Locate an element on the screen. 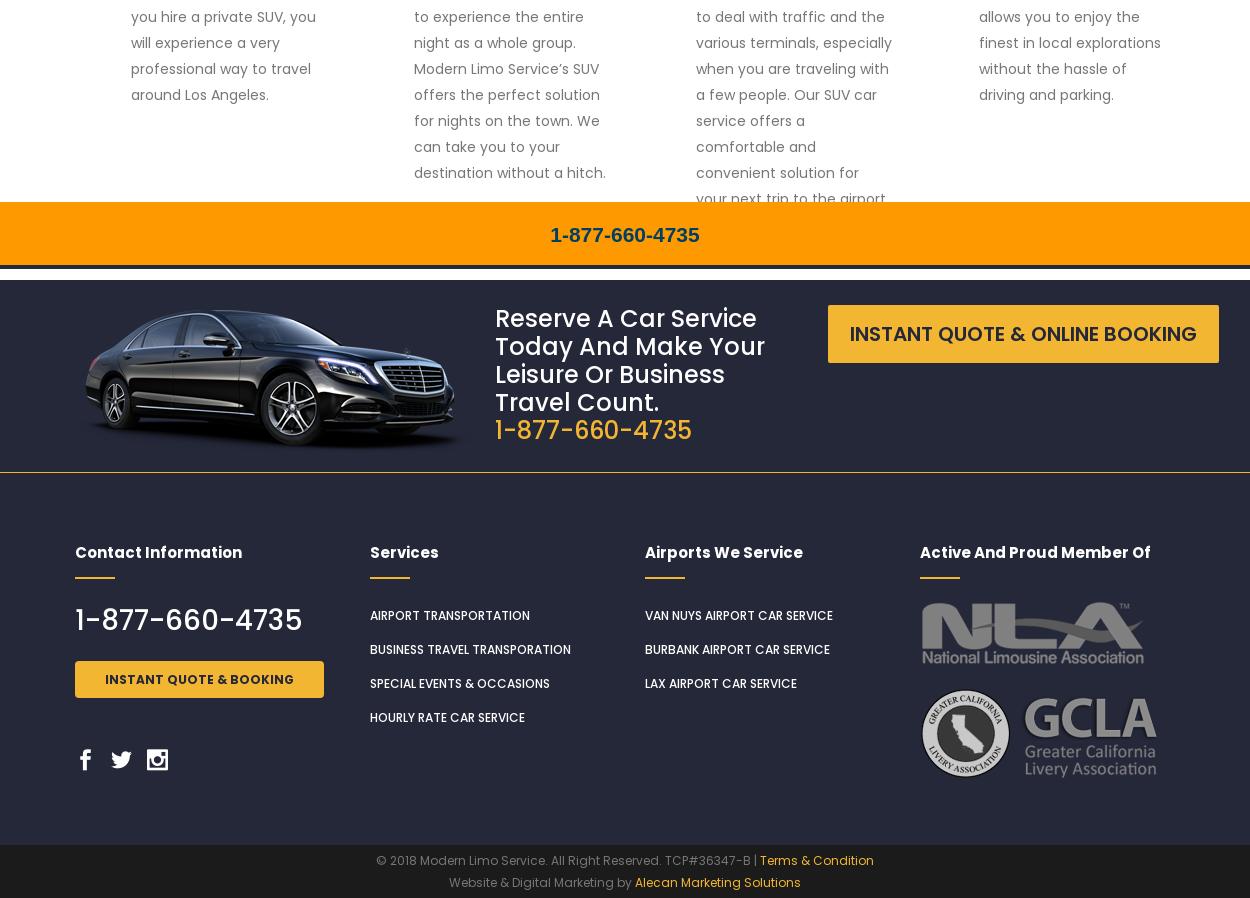  'Active And Proud Member Of' is located at coordinates (1035, 551).